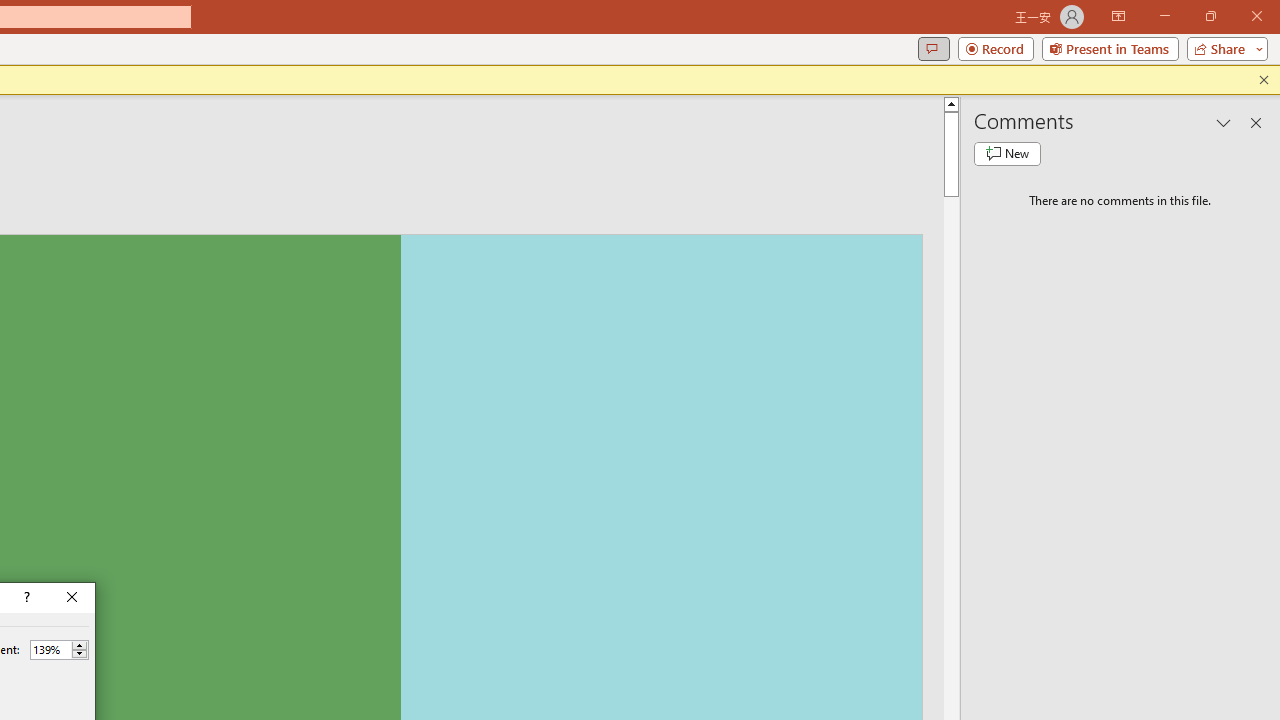 Image resolution: width=1280 pixels, height=720 pixels. What do you see at coordinates (79, 645) in the screenshot?
I see `'More'` at bounding box center [79, 645].